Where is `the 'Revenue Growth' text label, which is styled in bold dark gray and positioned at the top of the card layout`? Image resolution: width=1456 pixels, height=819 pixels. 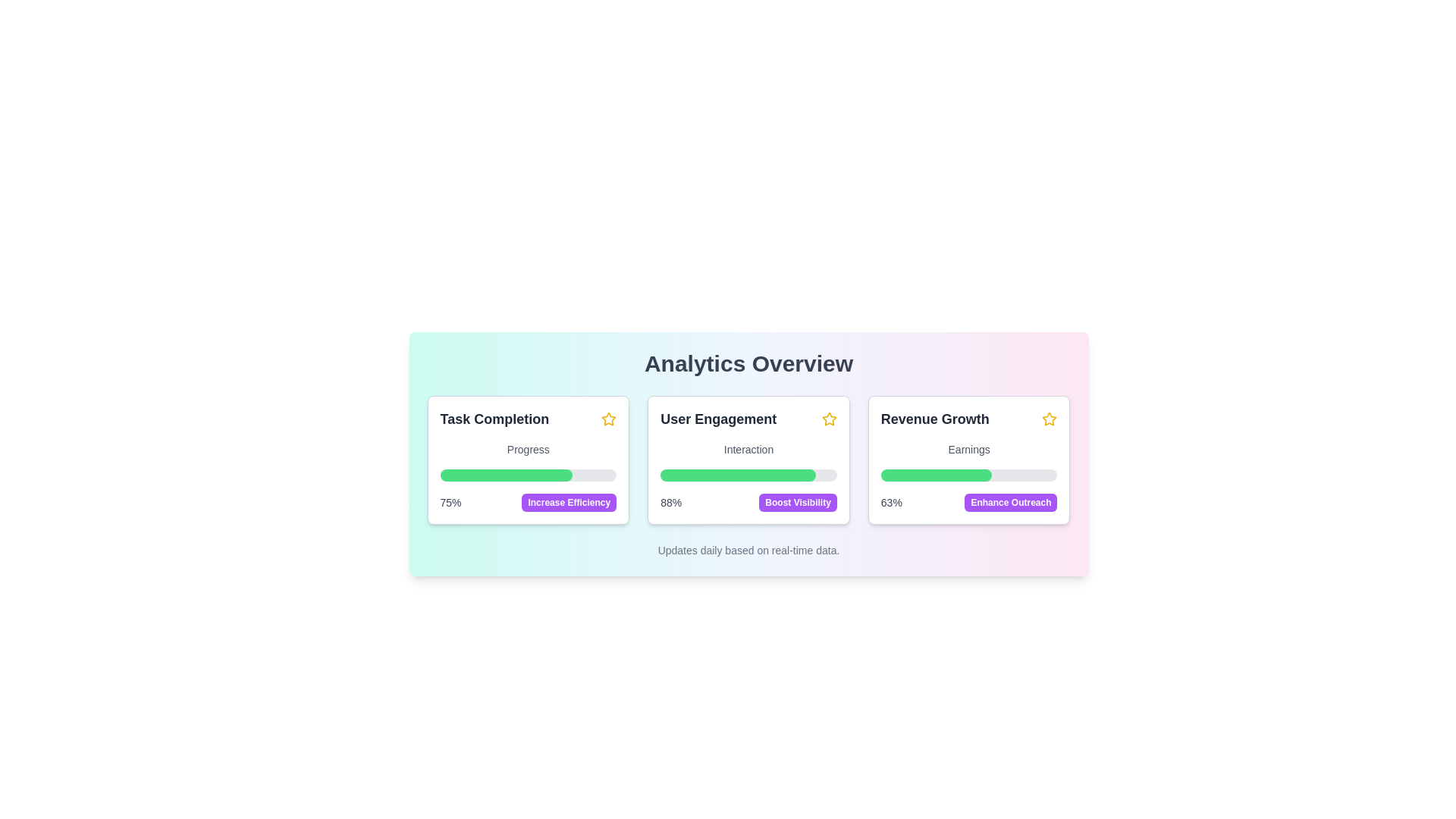 the 'Revenue Growth' text label, which is styled in bold dark gray and positioned at the top of the card layout is located at coordinates (934, 419).